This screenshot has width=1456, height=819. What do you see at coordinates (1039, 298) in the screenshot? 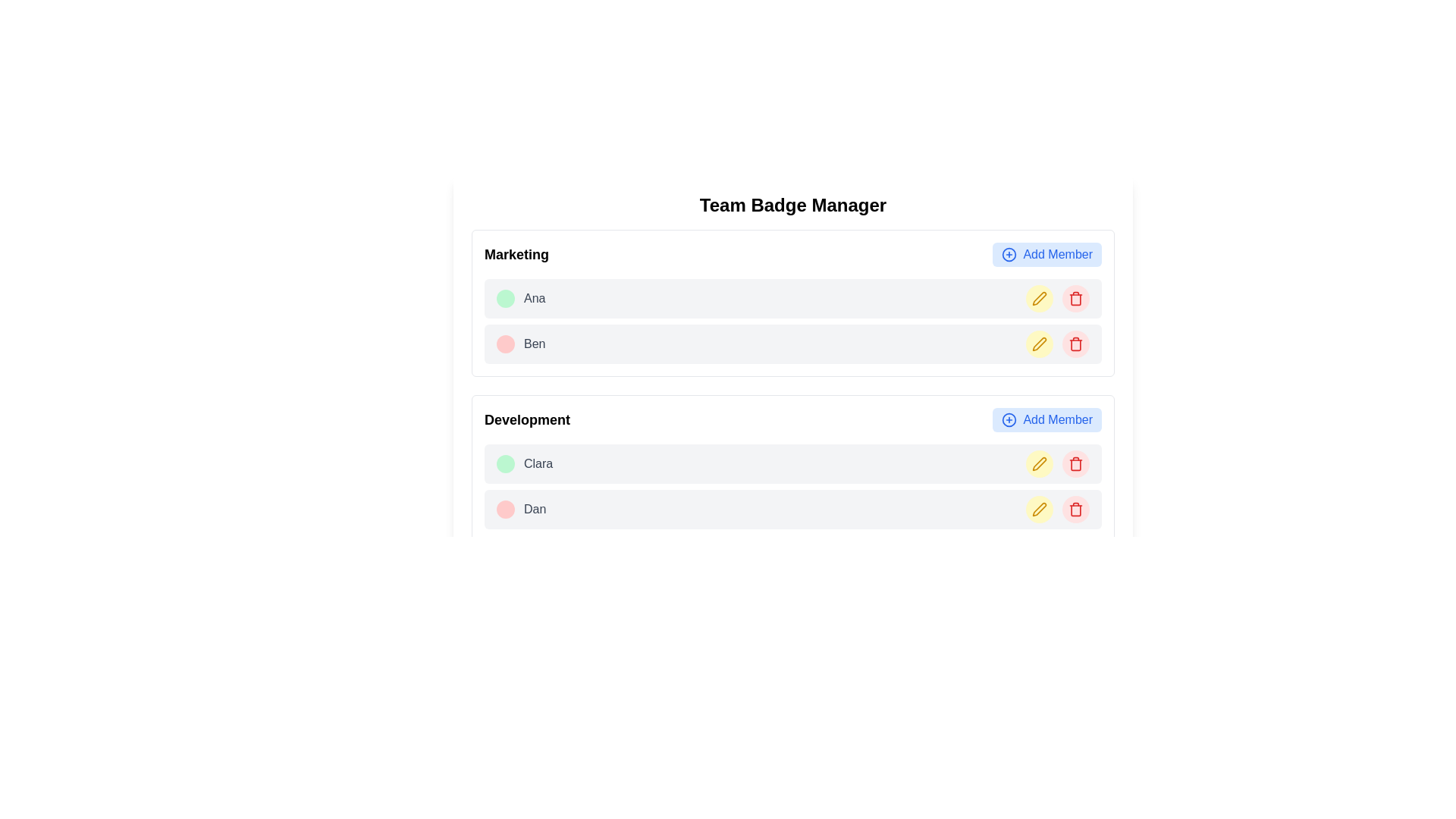
I see `the yellow pen icon button in the 'Marketing' section` at bounding box center [1039, 298].